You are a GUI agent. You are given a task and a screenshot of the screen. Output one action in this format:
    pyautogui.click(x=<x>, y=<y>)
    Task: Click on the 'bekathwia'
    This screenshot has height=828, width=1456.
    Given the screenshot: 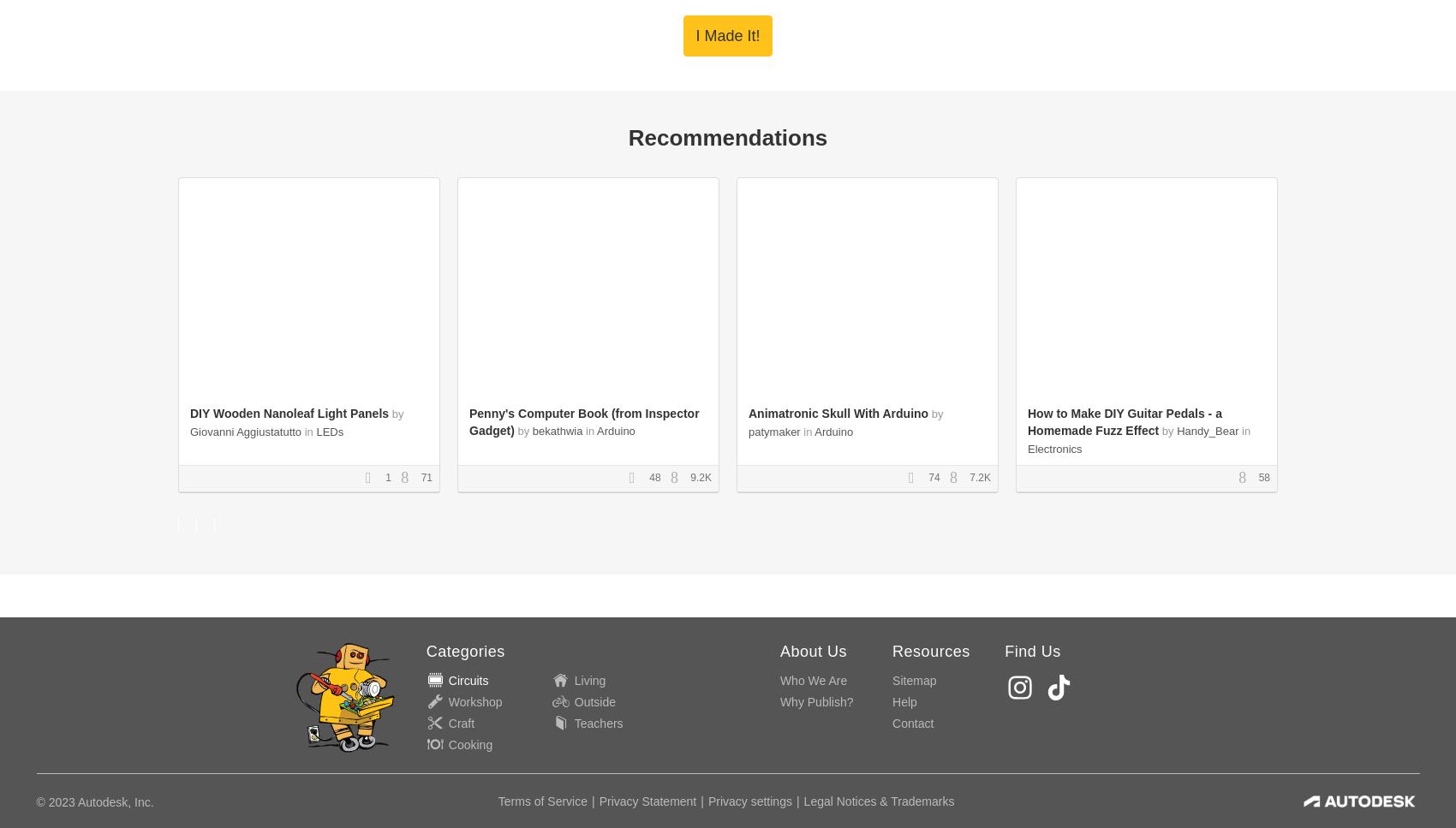 What is the action you would take?
    pyautogui.click(x=557, y=430)
    